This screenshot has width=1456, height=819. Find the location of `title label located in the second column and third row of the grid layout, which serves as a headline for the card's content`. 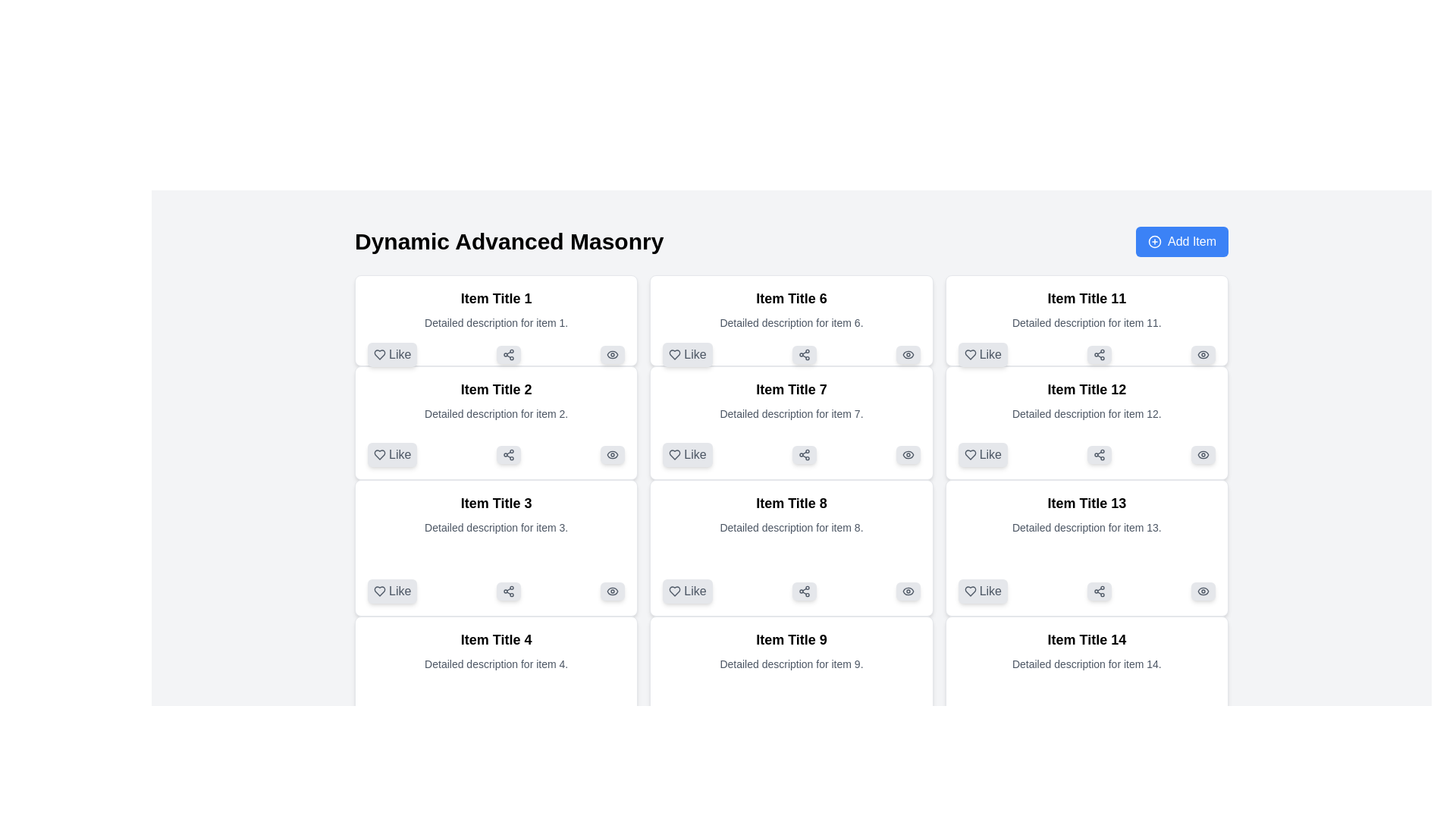

title label located in the second column and third row of the grid layout, which serves as a headline for the card's content is located at coordinates (790, 503).